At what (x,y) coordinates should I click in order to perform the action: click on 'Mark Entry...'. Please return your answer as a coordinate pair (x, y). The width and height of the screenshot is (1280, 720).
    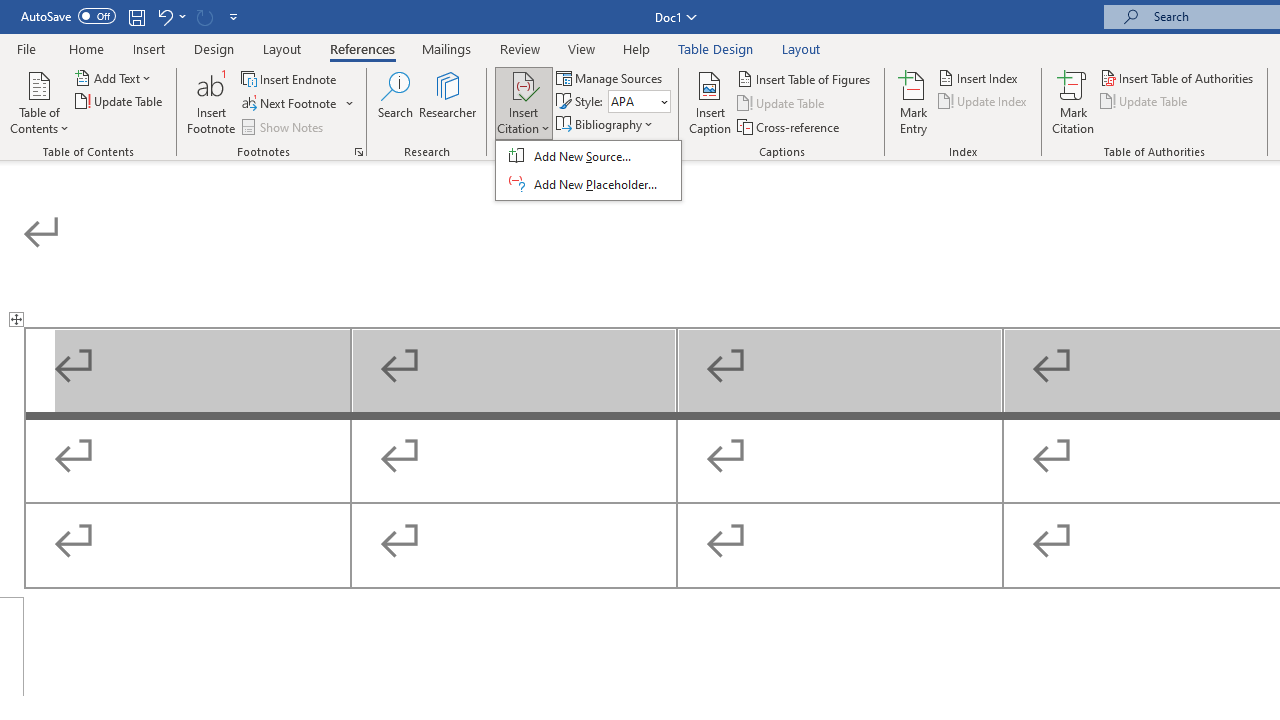
    Looking at the image, I should click on (912, 103).